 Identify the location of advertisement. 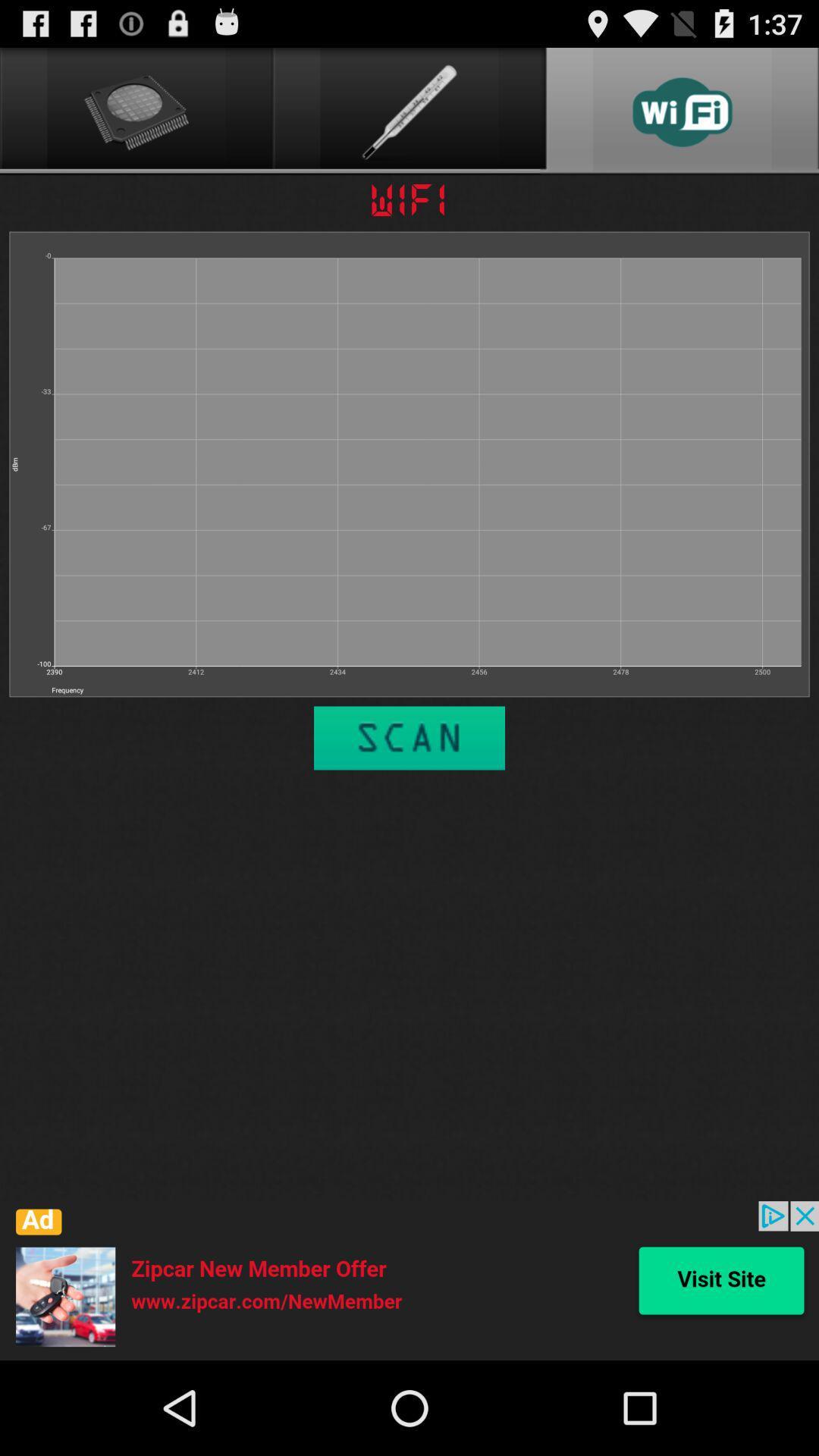
(409, 1280).